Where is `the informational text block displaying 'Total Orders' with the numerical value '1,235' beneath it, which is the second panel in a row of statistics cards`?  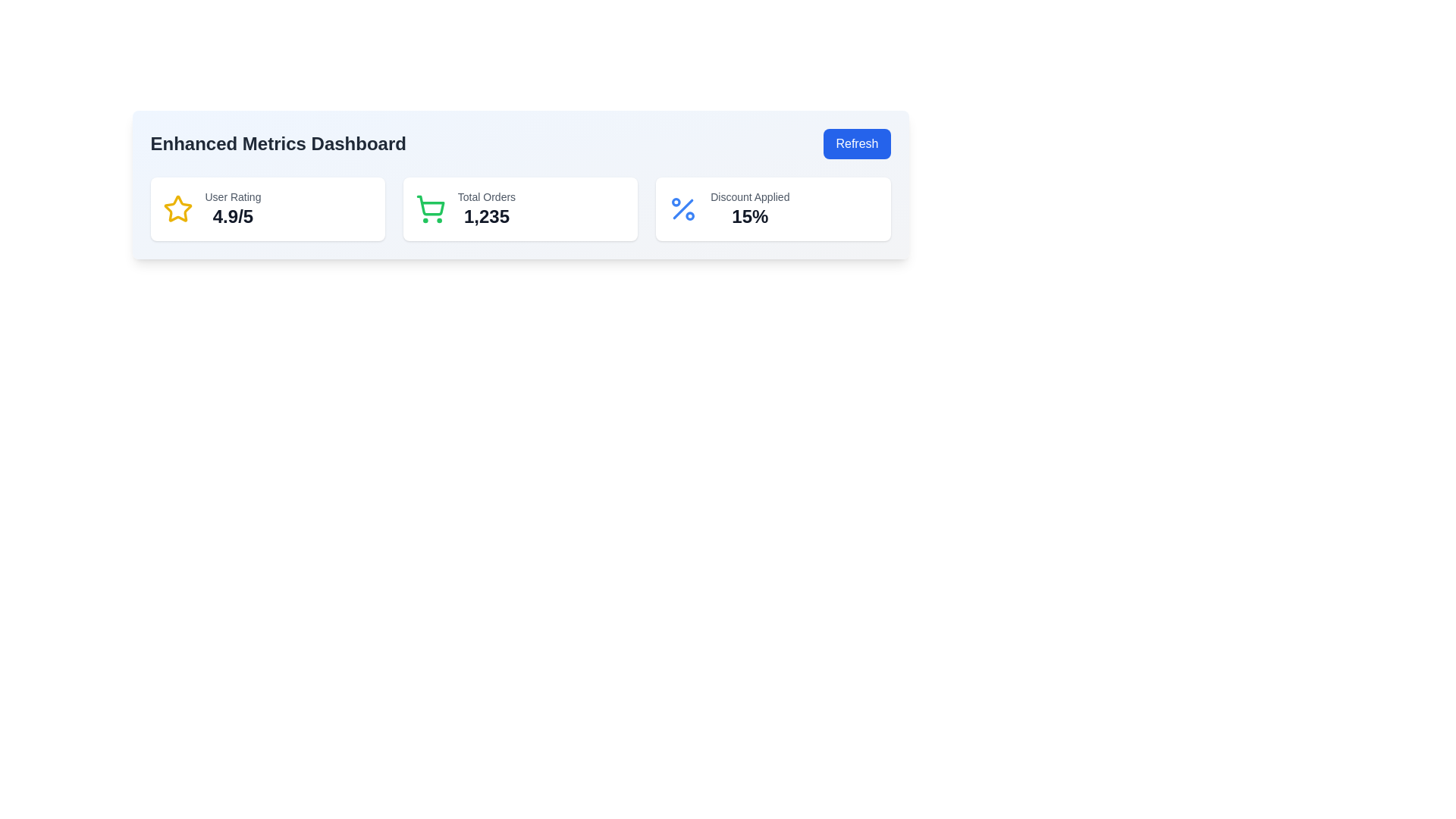 the informational text block displaying 'Total Orders' with the numerical value '1,235' beneath it, which is the second panel in a row of statistics cards is located at coordinates (486, 209).